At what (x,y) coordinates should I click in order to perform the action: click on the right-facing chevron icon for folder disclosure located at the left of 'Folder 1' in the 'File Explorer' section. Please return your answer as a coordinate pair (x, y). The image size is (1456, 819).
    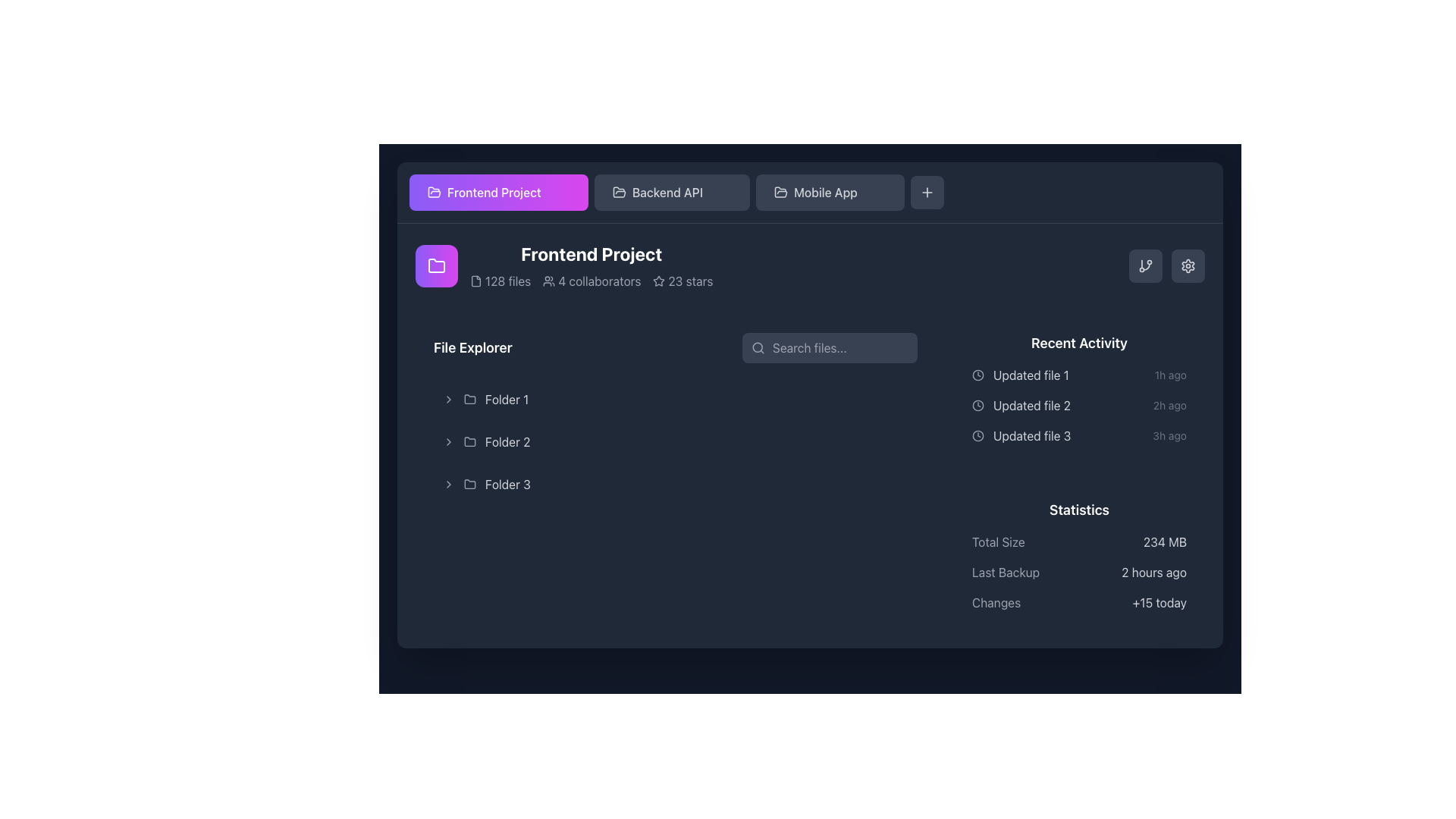
    Looking at the image, I should click on (447, 399).